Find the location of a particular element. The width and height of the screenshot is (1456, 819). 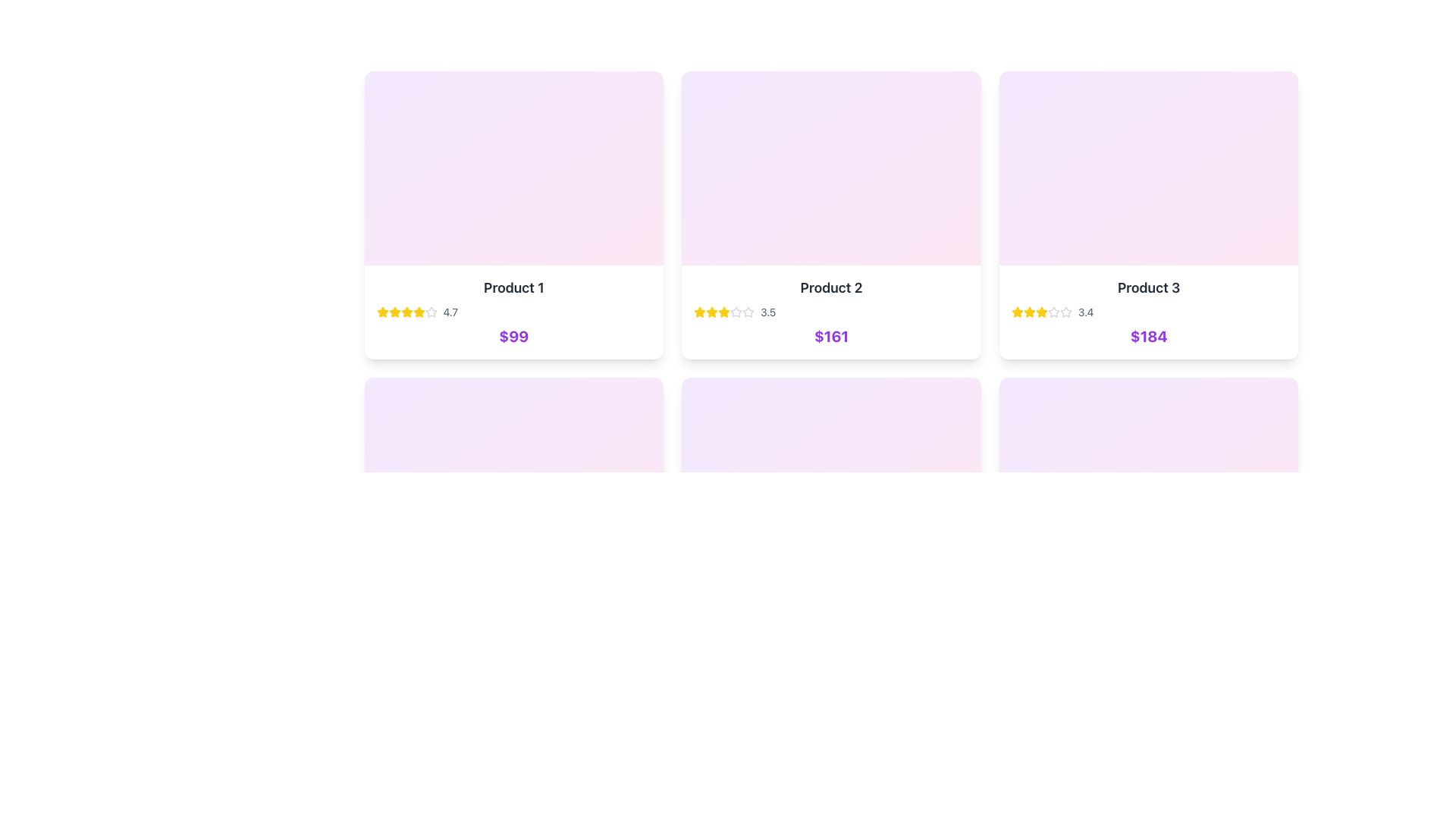

the static text displaying the rating '4.7', which is styled in gray and located next to yellow star icons in the first product card is located at coordinates (450, 312).